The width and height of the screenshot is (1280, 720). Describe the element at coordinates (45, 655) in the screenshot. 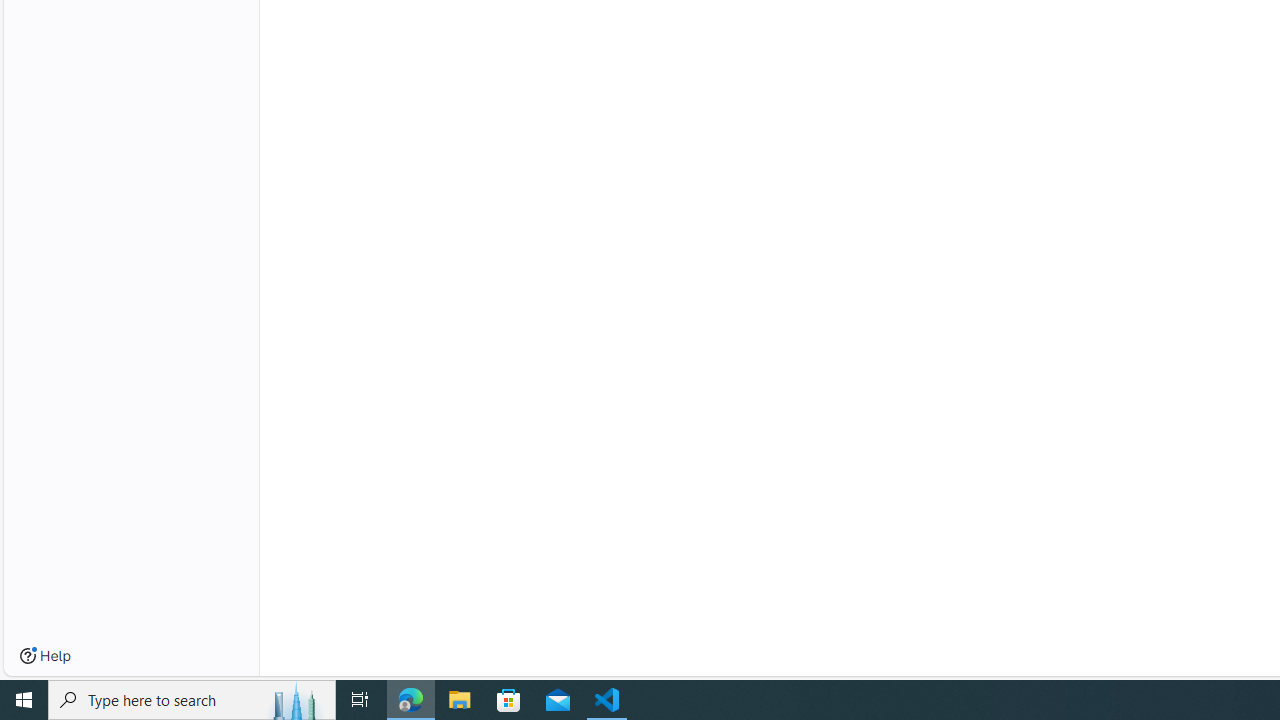

I see `'Help'` at that location.